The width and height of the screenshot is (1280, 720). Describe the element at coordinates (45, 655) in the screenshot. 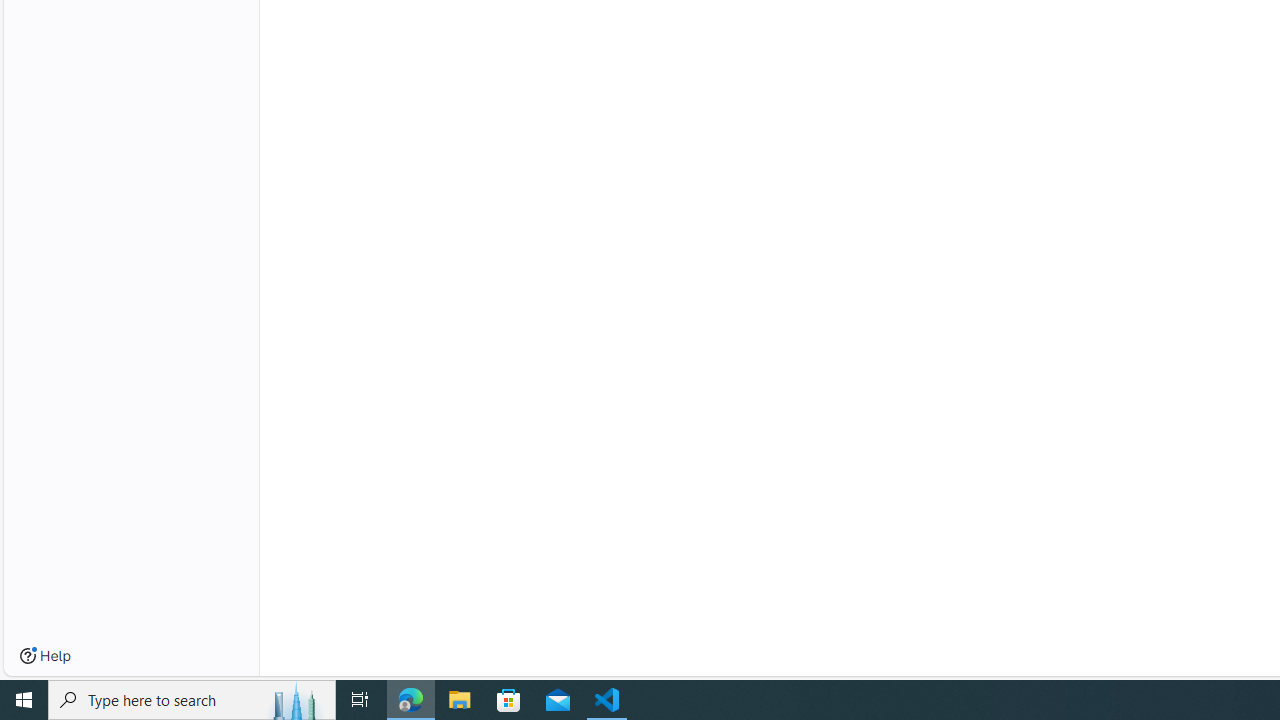

I see `'Help'` at that location.